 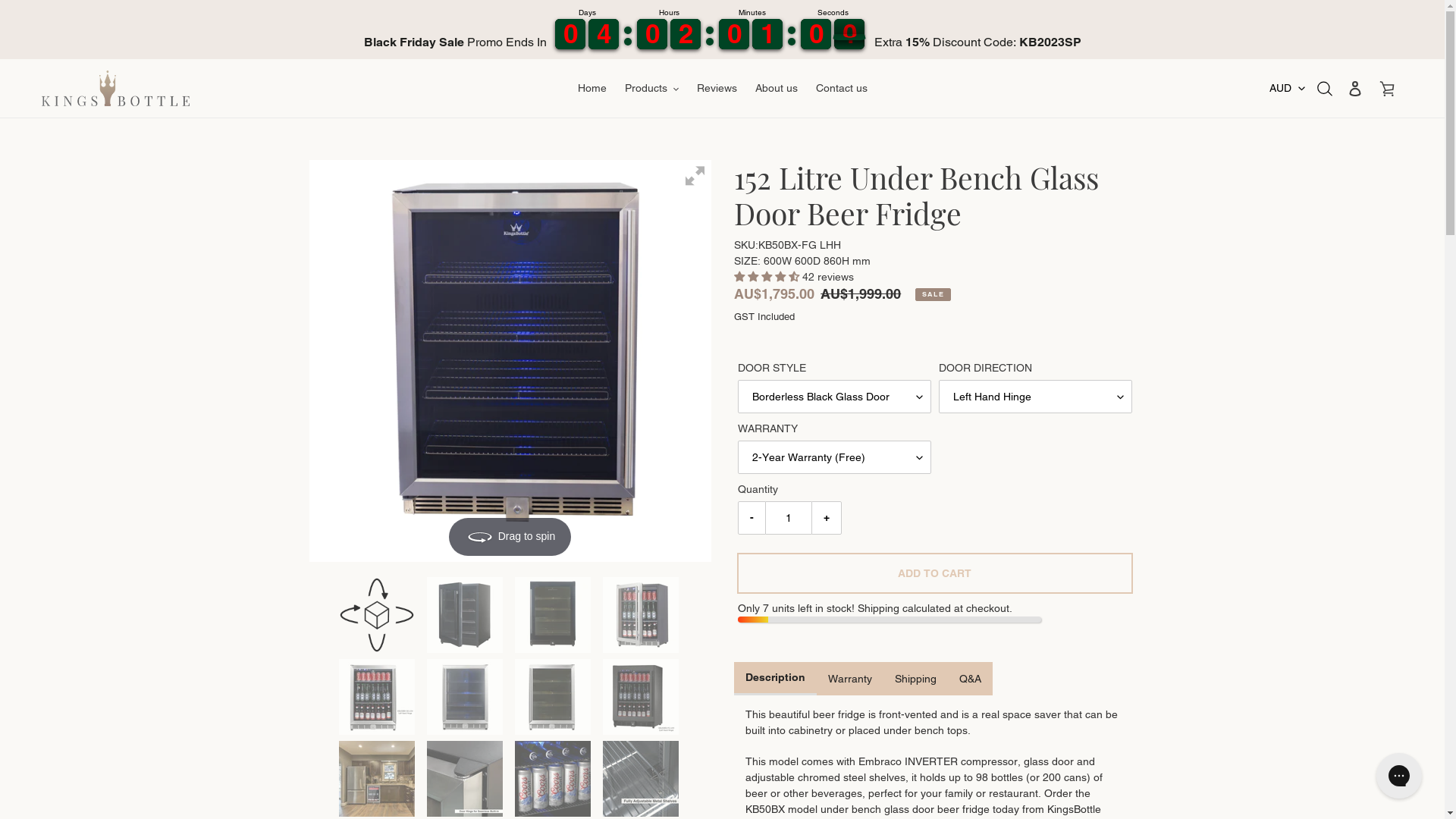 What do you see at coordinates (715, 88) in the screenshot?
I see `'Reviews'` at bounding box center [715, 88].